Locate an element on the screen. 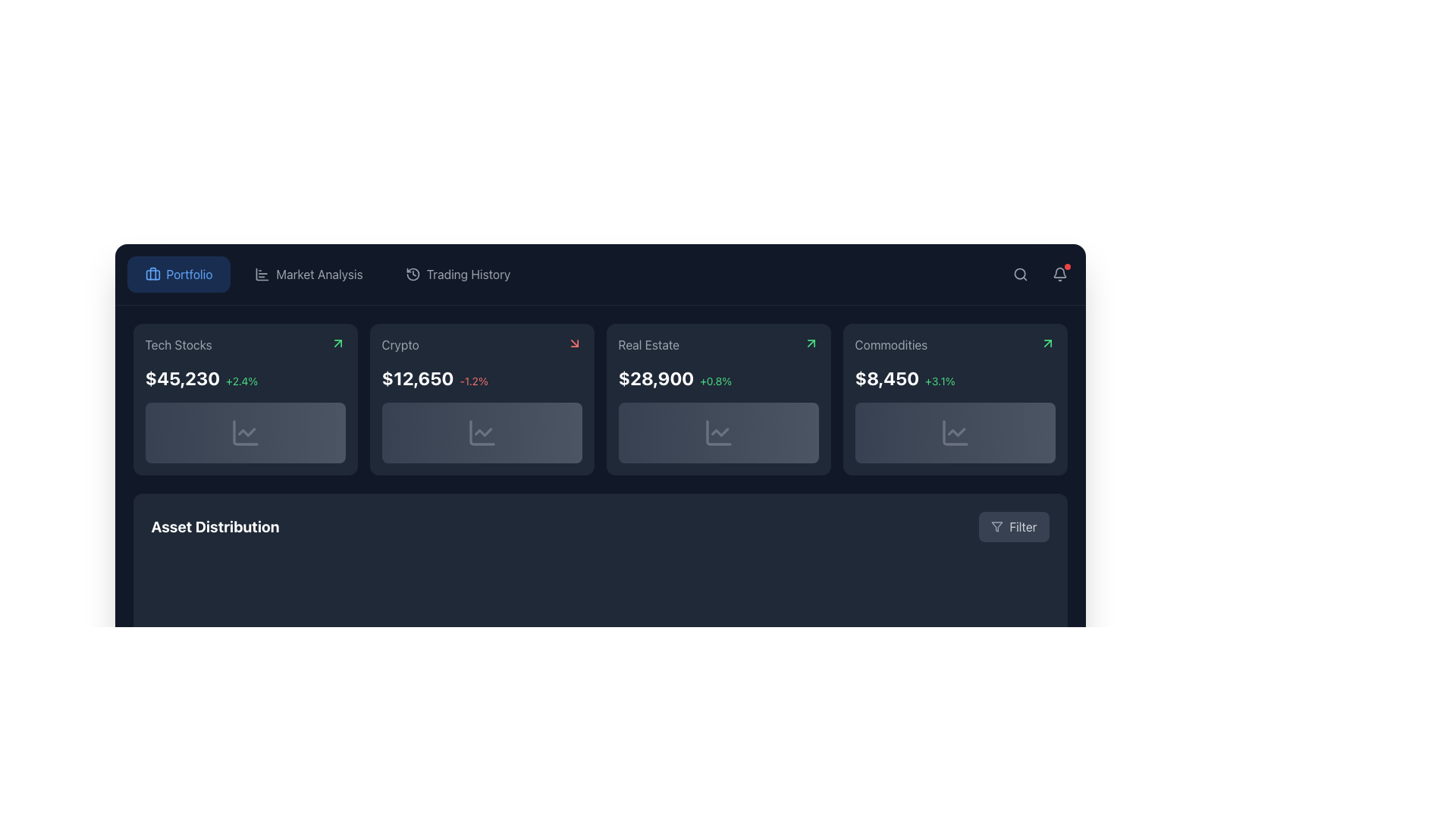 The width and height of the screenshot is (1456, 819). the static text label displaying the value '$28,900' which is located in the 'Real Estate' panel, below the title and to the left of the green percentage text '+0.8%' is located at coordinates (656, 377).